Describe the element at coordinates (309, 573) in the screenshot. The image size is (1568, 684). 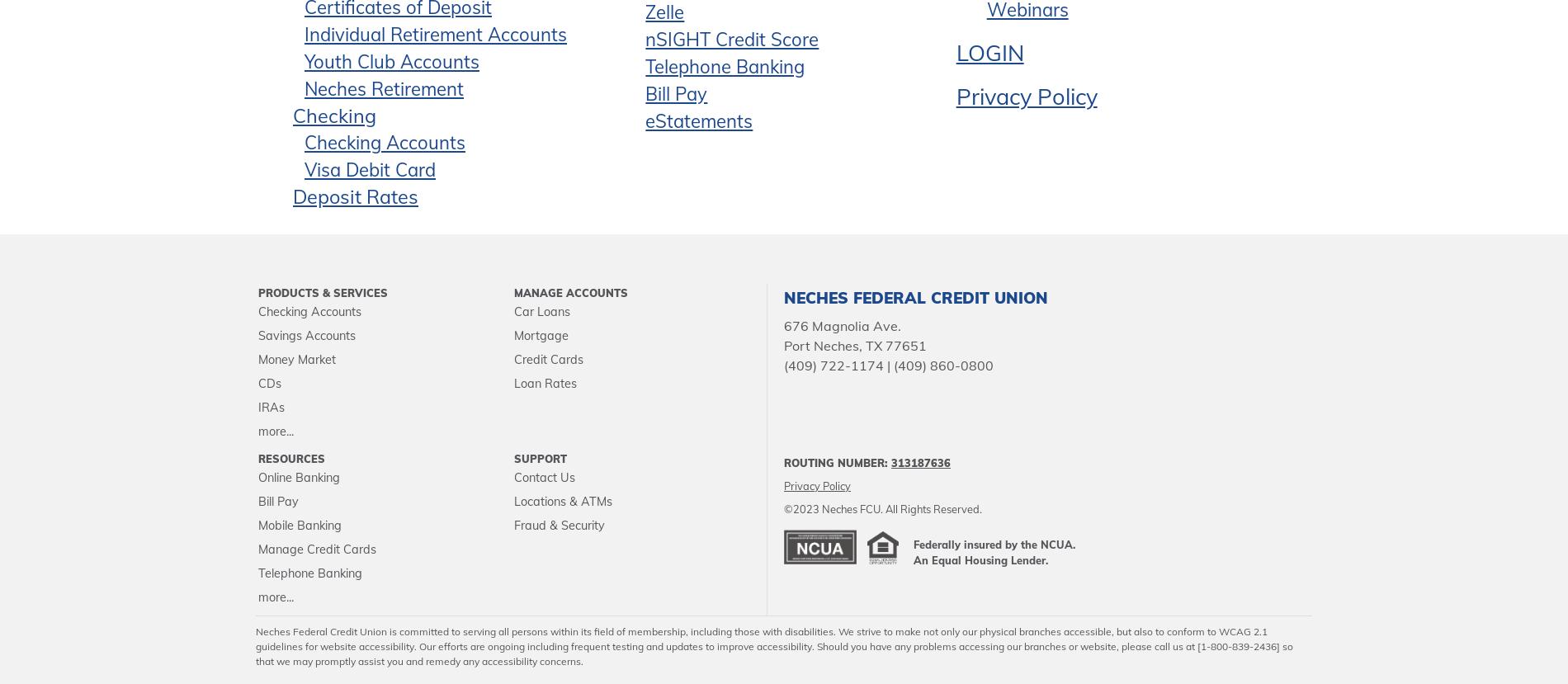
I see `'Telephone Banking'` at that location.